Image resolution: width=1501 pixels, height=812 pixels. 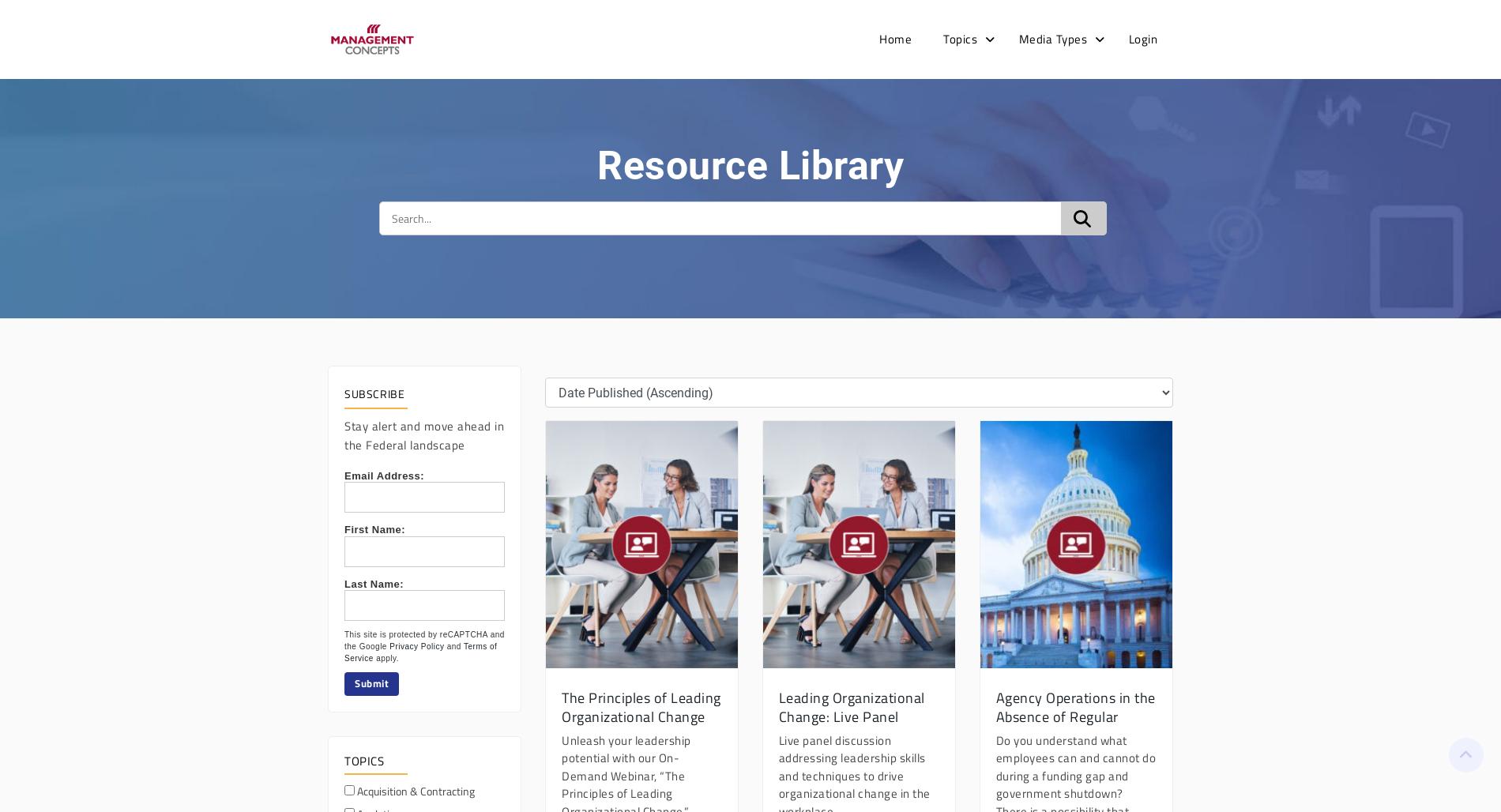 I want to click on 'Home', so click(x=895, y=39).